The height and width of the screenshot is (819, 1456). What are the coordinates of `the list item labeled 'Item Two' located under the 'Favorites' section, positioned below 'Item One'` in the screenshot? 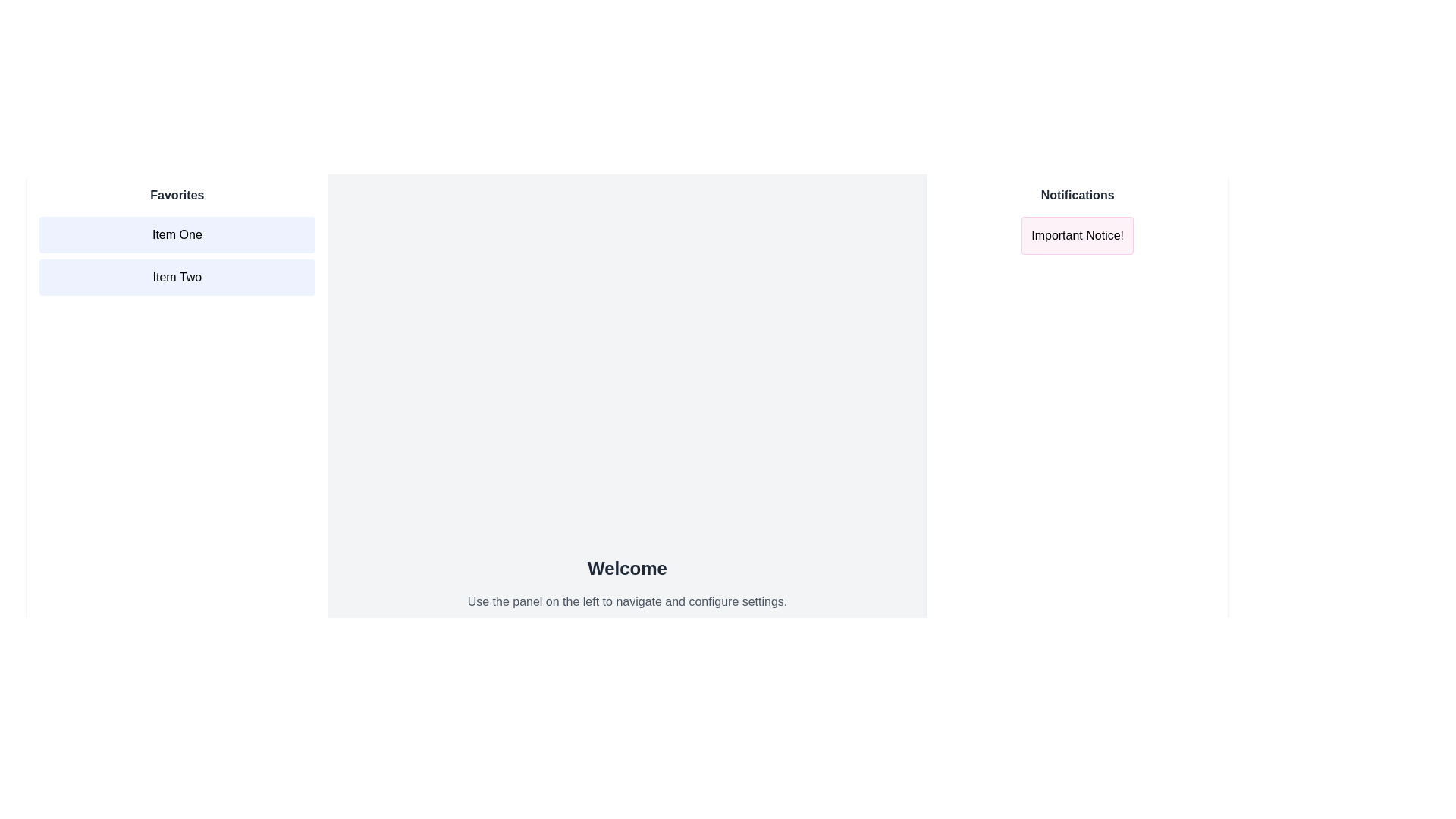 It's located at (177, 278).